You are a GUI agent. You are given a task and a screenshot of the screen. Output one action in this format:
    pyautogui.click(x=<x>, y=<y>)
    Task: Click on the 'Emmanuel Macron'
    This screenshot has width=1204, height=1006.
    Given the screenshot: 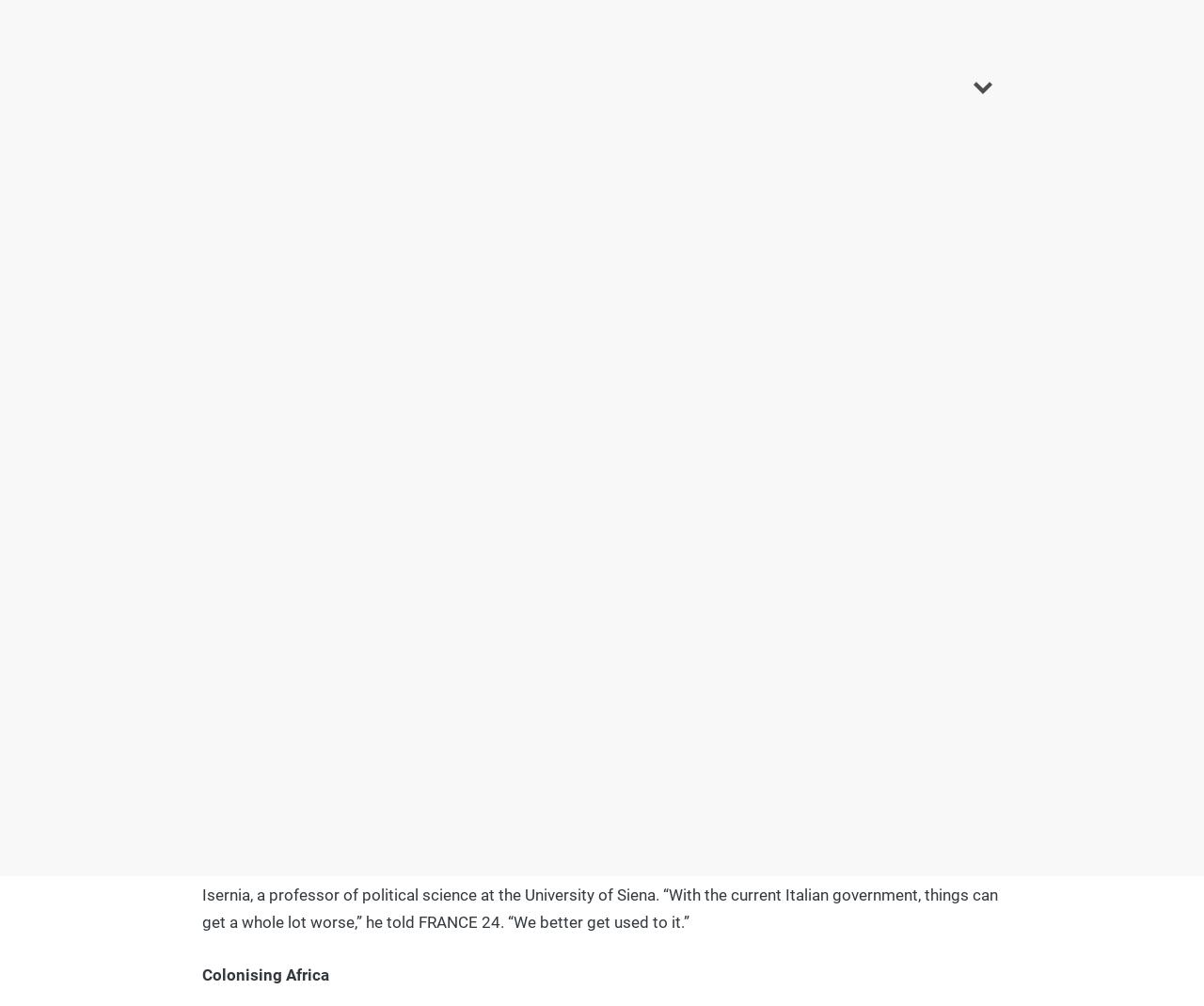 What is the action you would take?
    pyautogui.click(x=364, y=379)
    